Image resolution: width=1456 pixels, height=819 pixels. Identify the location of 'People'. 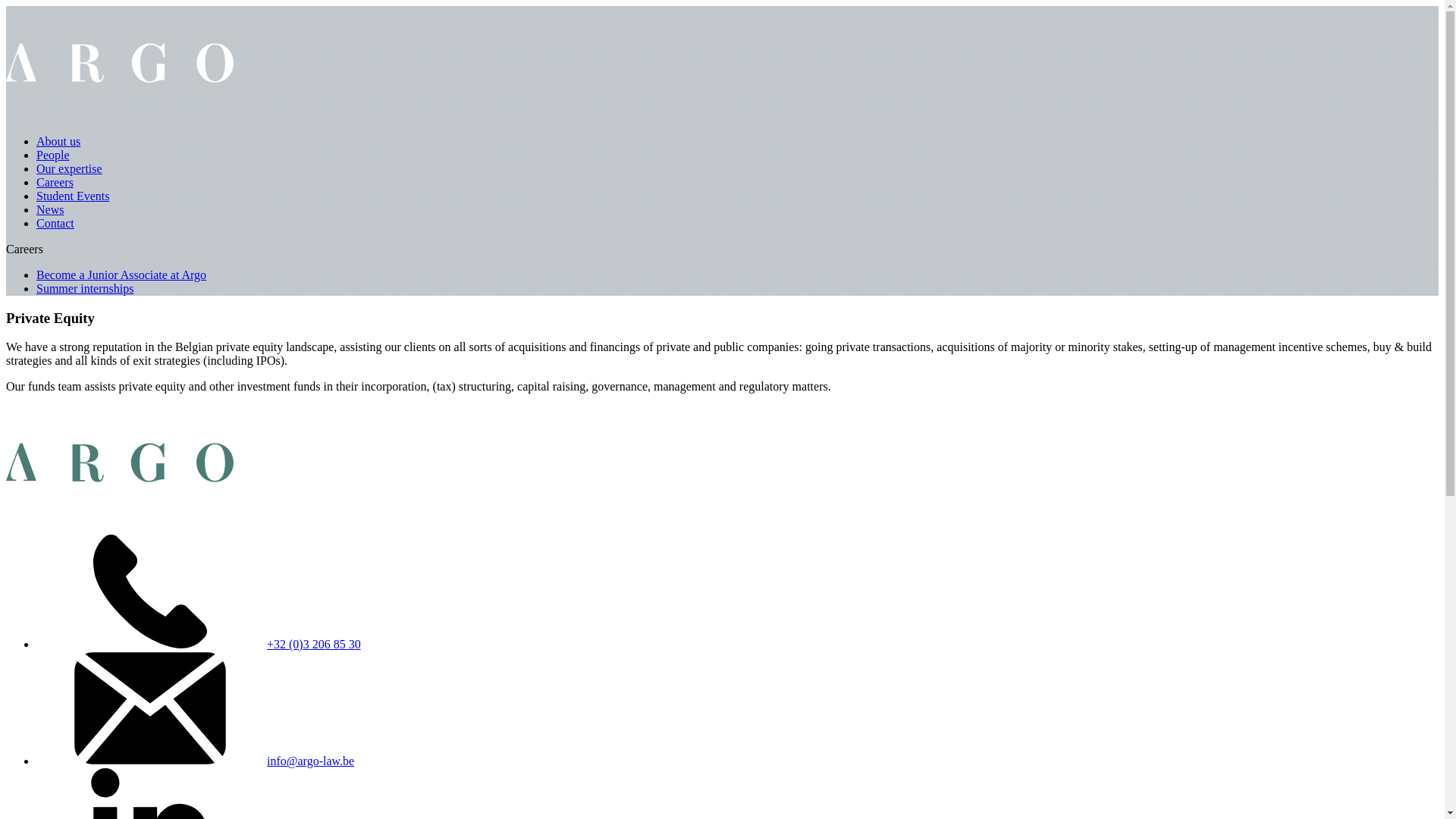
(53, 155).